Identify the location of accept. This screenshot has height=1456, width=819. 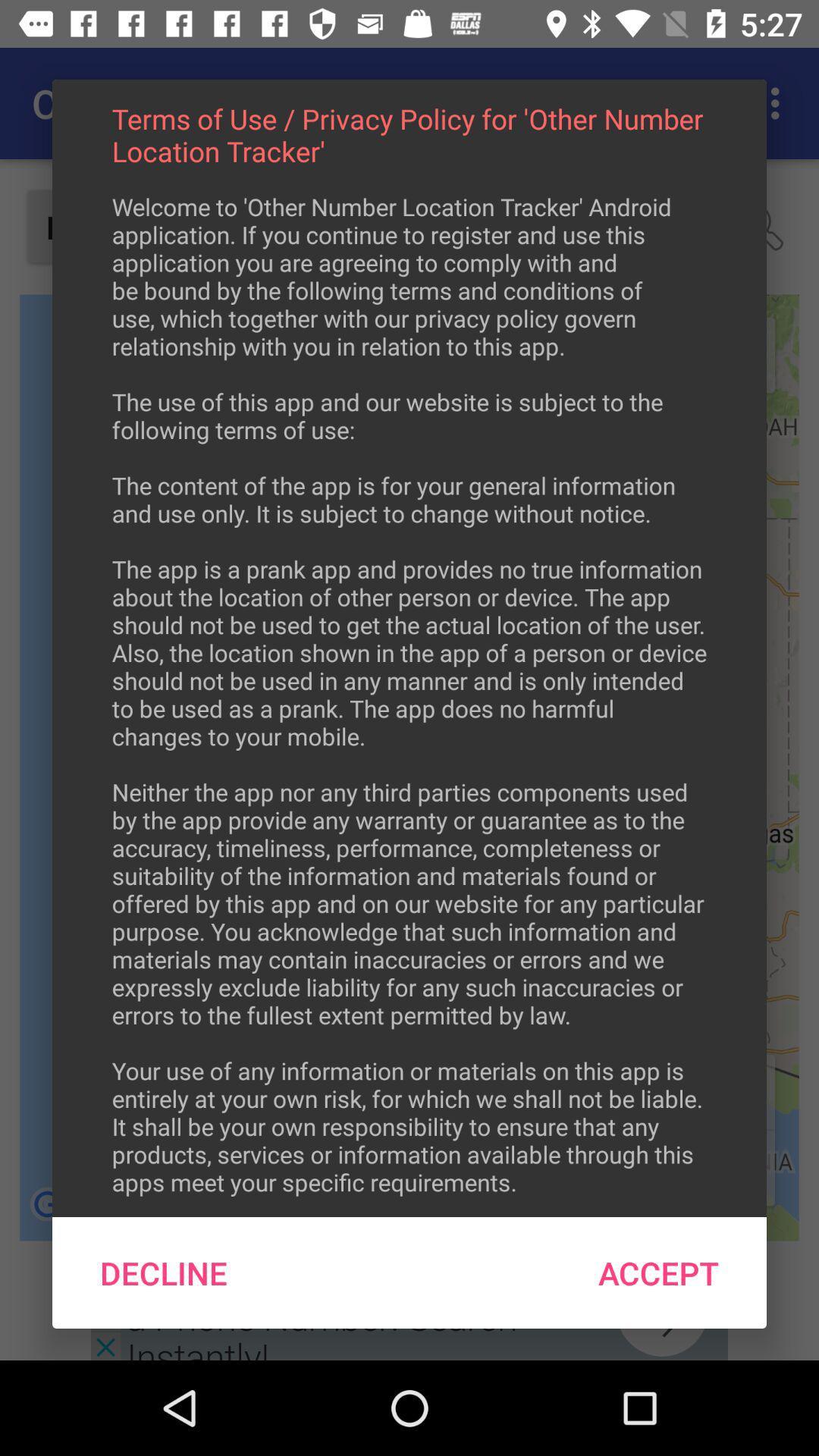
(657, 1272).